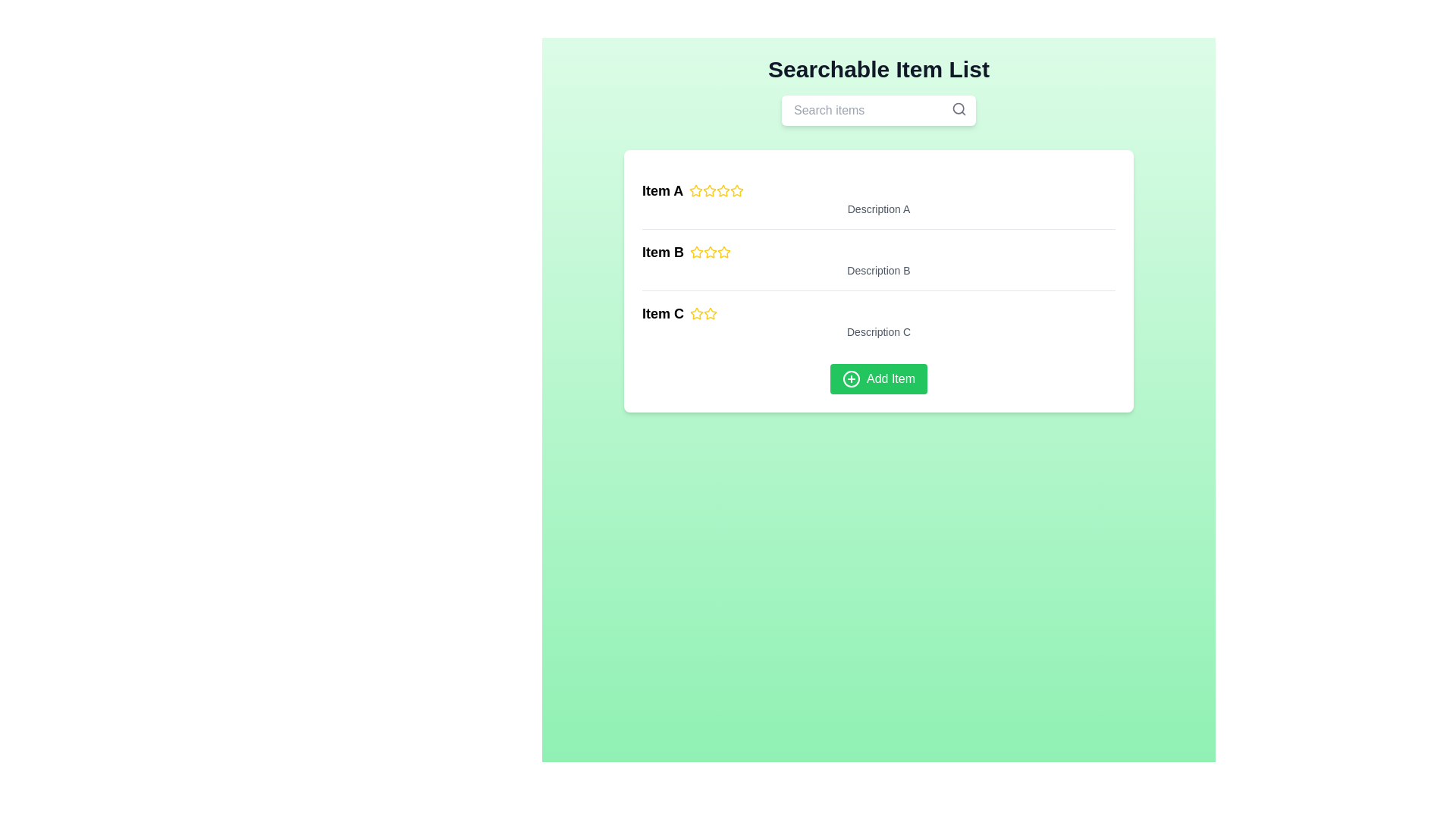 The image size is (1456, 819). Describe the element at coordinates (696, 251) in the screenshot. I see `the first rating star icon associated with 'Item B' in the middle section of the interface` at that location.